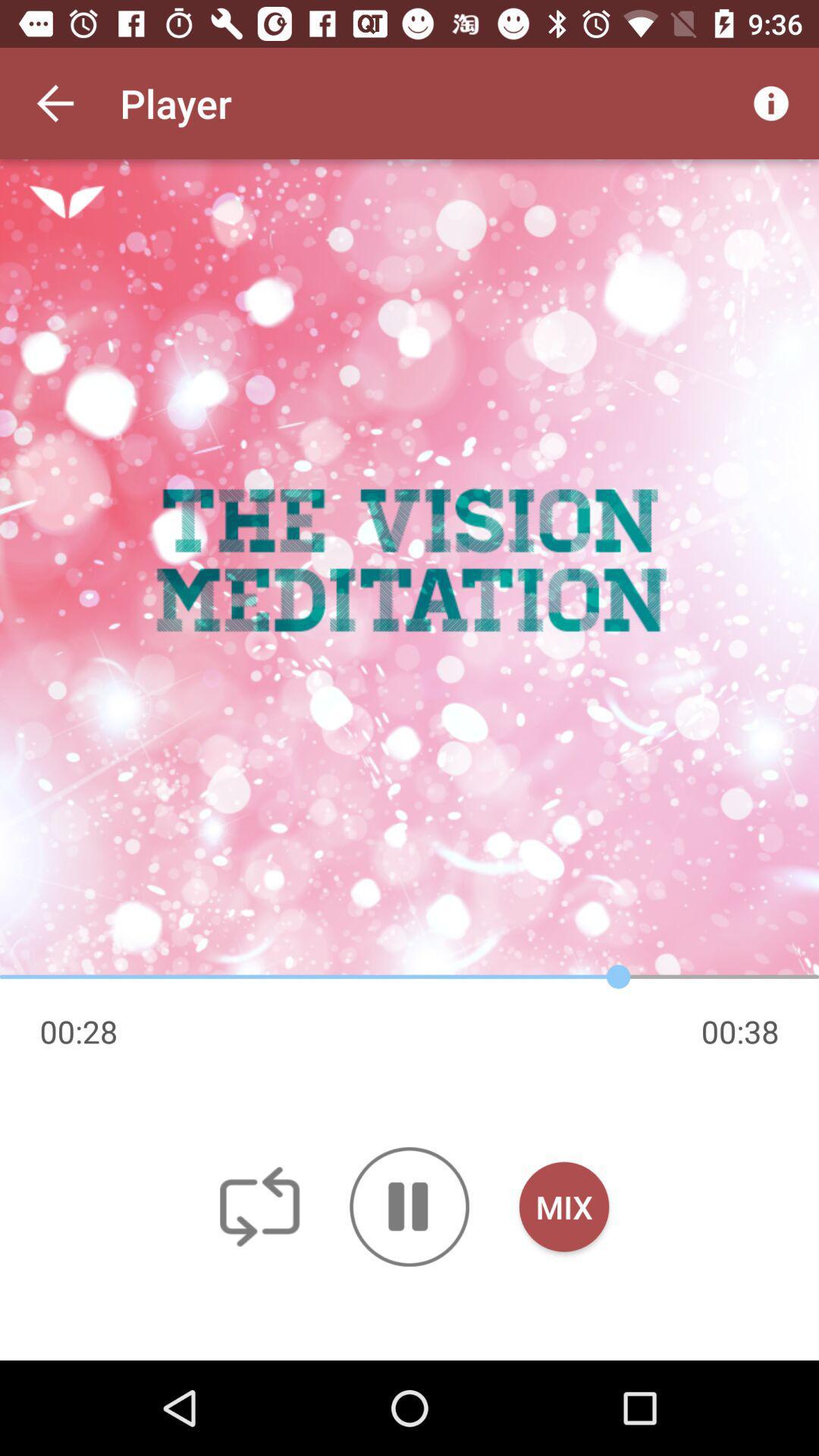 The width and height of the screenshot is (819, 1456). I want to click on item to the right of the off item, so click(409, 1206).